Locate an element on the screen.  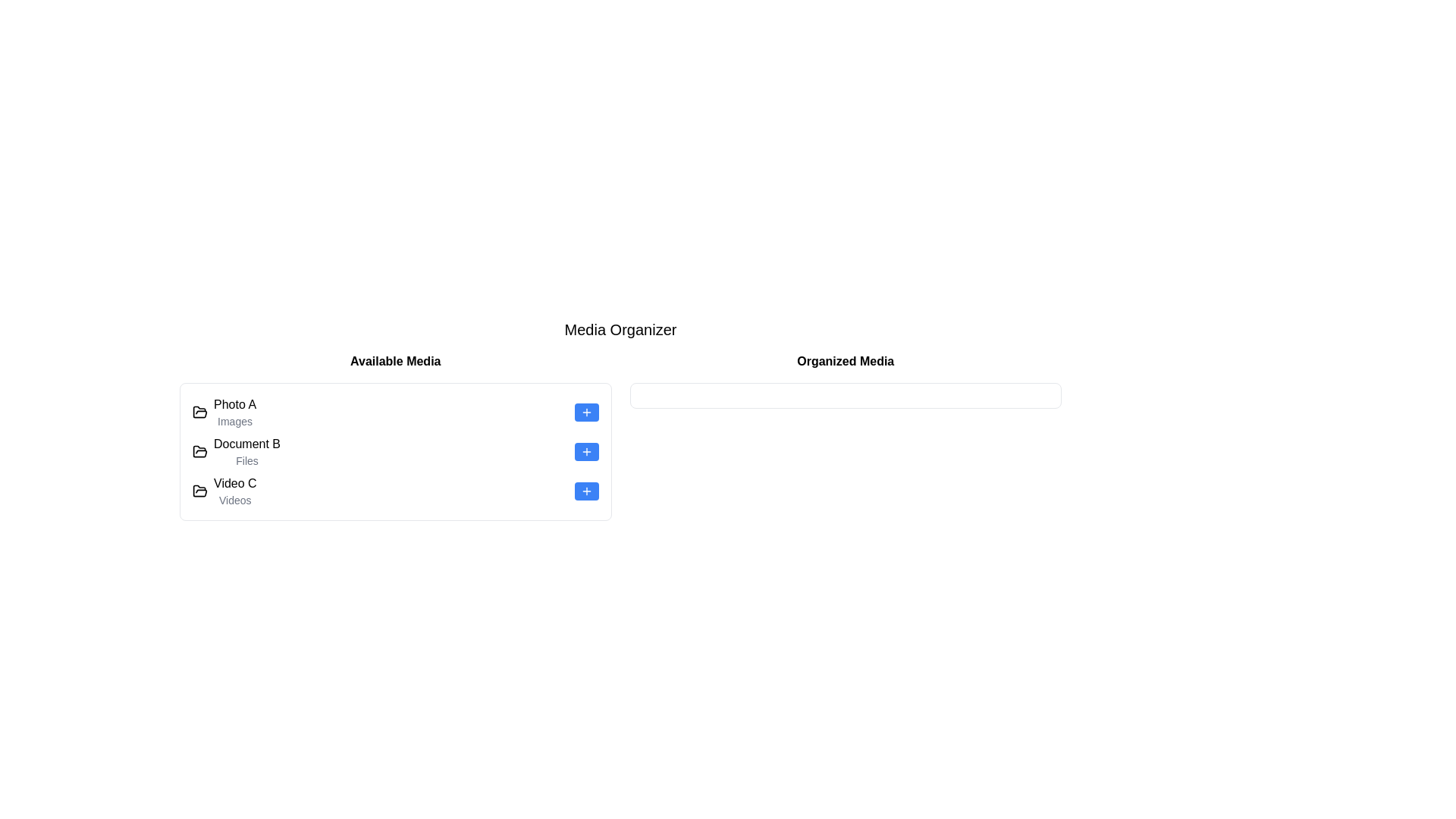
the circular '+' icon button located is located at coordinates (585, 412).